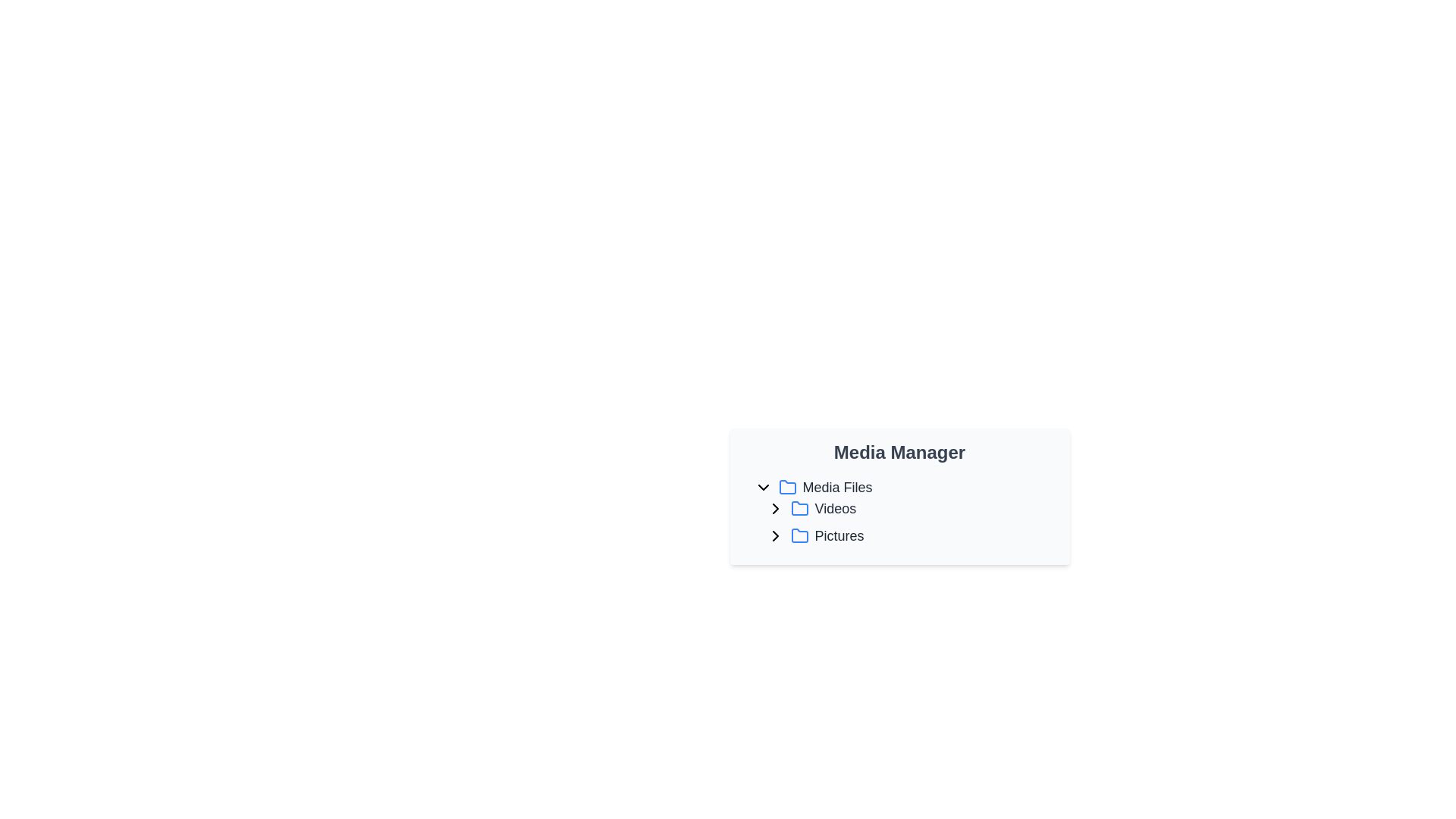  What do you see at coordinates (787, 487) in the screenshot?
I see `the folder icon representing 'Media Files' located in the 'Media Manager' section` at bounding box center [787, 487].